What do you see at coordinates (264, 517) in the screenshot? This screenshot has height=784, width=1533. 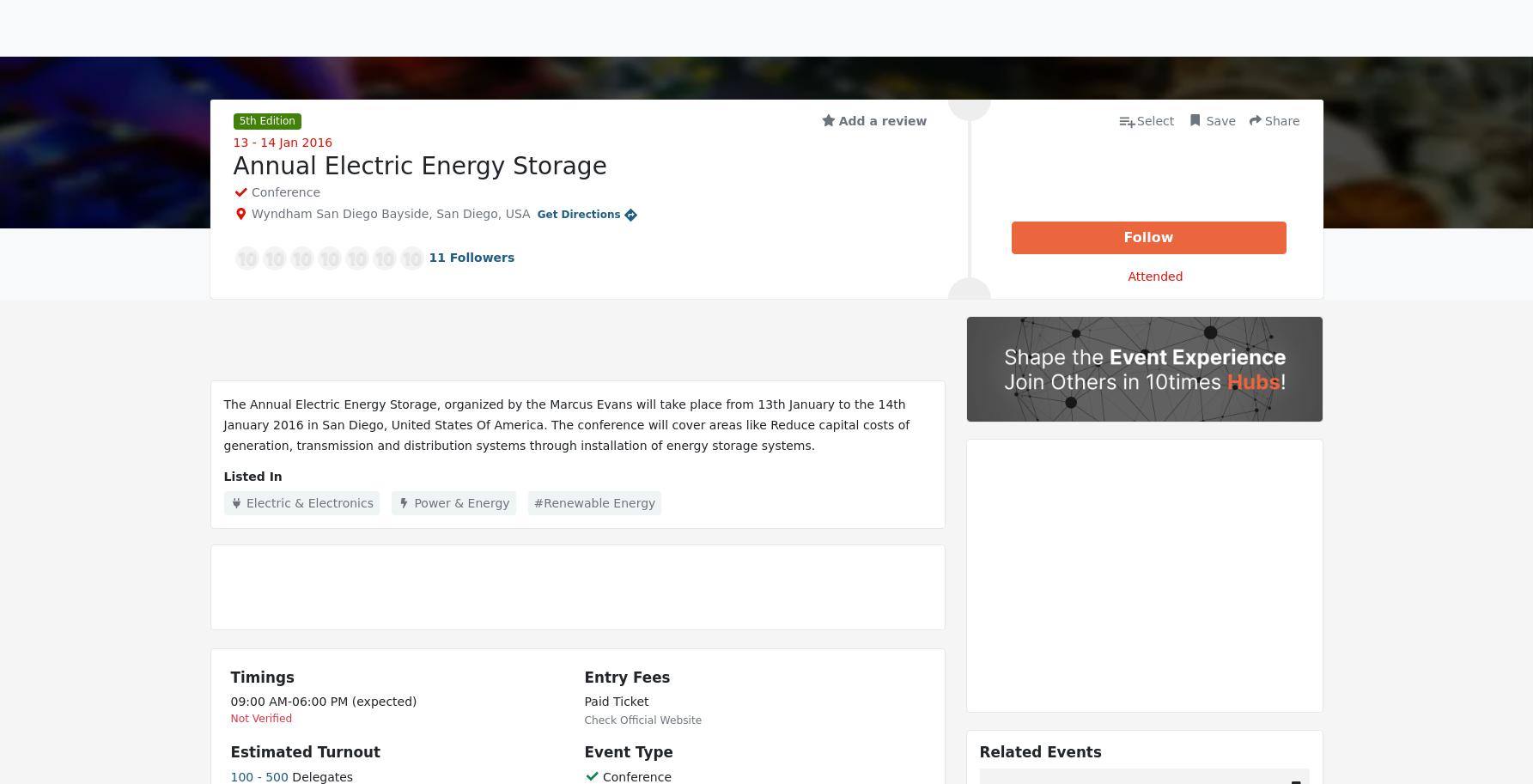 I see `'Helpful'` at bounding box center [264, 517].